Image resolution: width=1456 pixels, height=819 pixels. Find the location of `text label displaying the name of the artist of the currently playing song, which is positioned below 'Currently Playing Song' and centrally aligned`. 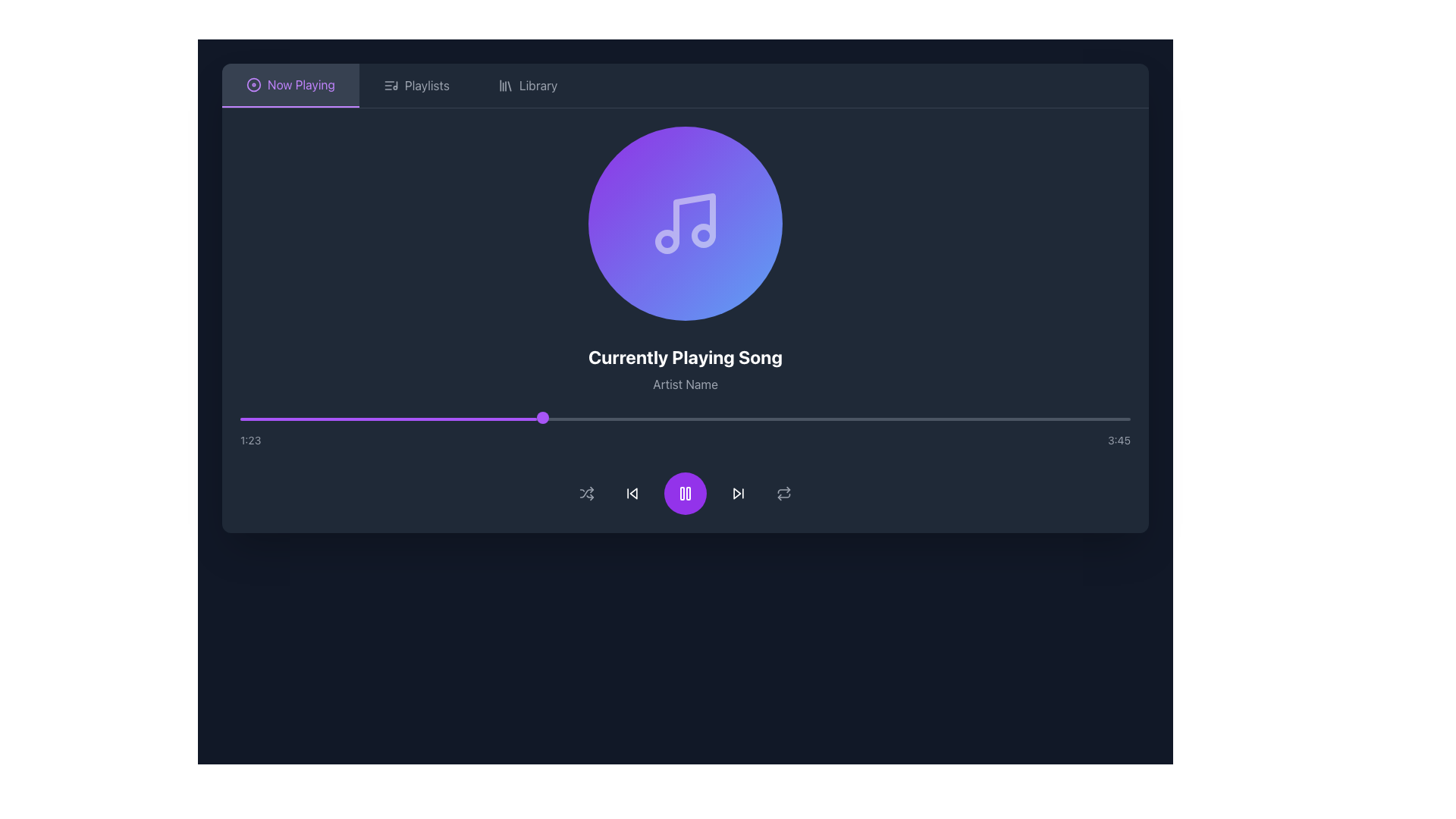

text label displaying the name of the artist of the currently playing song, which is positioned below 'Currently Playing Song' and centrally aligned is located at coordinates (684, 383).